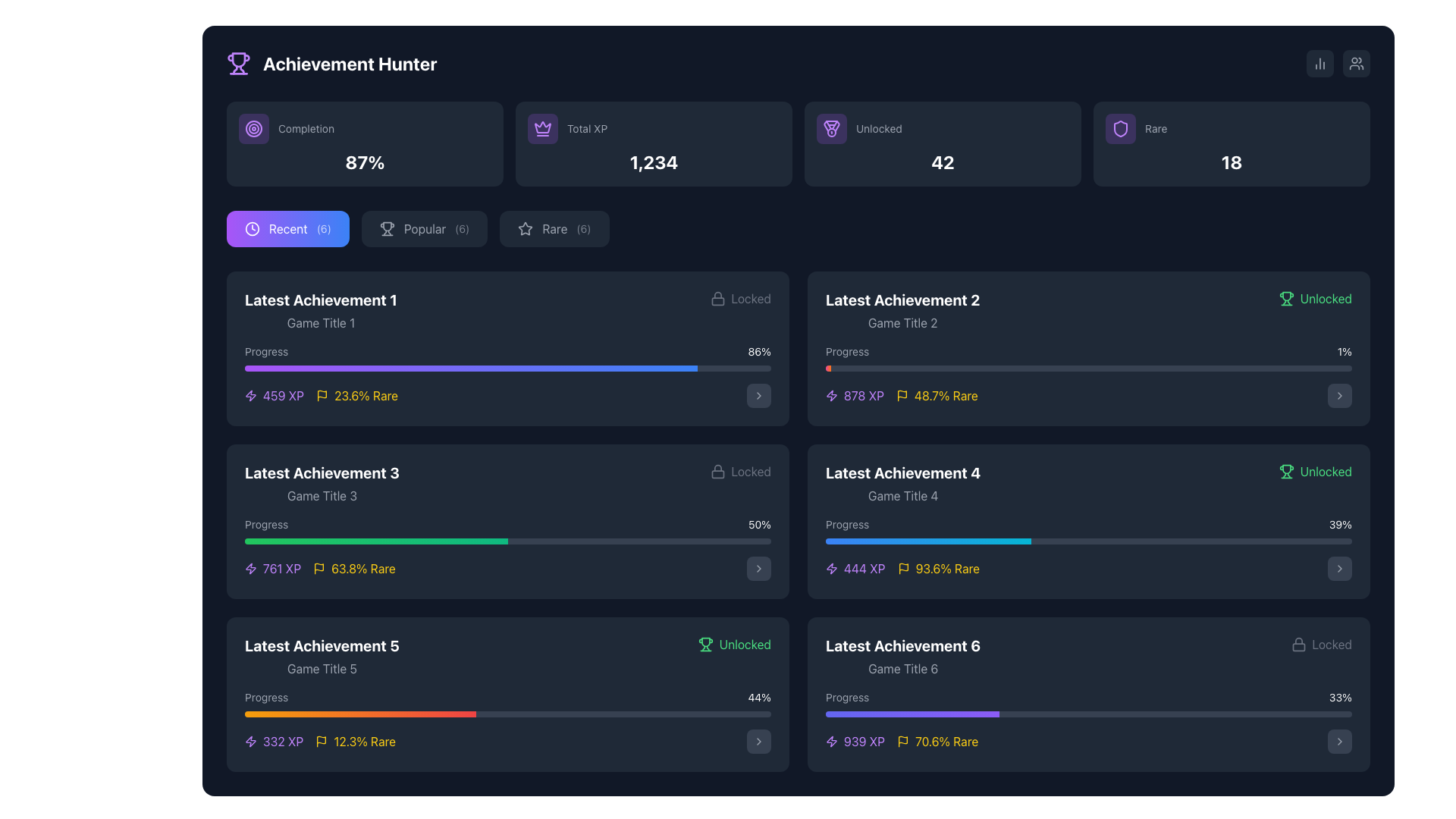  Describe the element at coordinates (318, 568) in the screenshot. I see `properties of the flag icon representing achievement rarity, located to the right of the XP value indicator ('761 XP')` at that location.